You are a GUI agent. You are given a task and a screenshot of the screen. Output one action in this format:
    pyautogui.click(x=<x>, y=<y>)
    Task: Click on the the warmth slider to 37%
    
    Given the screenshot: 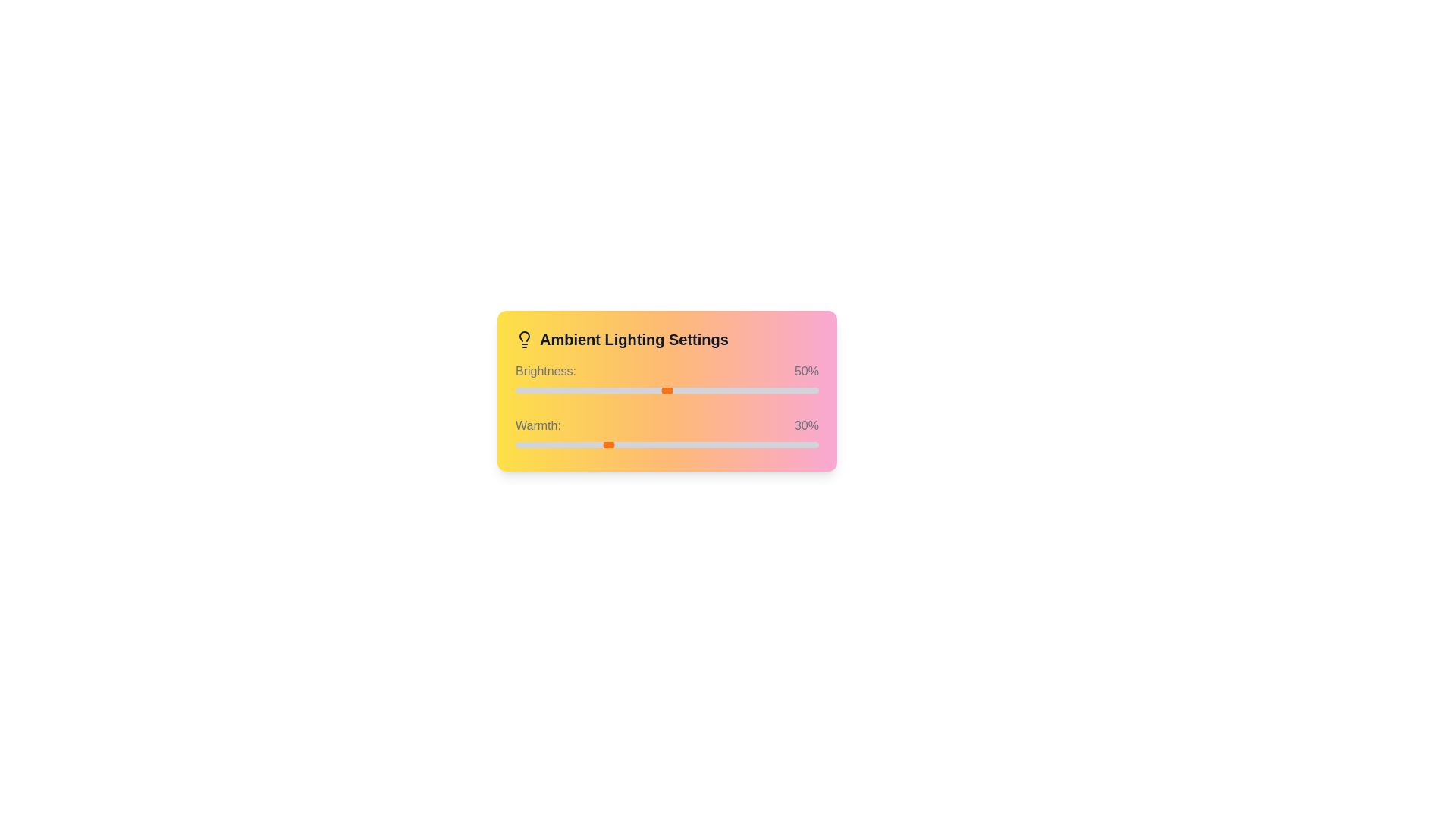 What is the action you would take?
    pyautogui.click(x=628, y=444)
    